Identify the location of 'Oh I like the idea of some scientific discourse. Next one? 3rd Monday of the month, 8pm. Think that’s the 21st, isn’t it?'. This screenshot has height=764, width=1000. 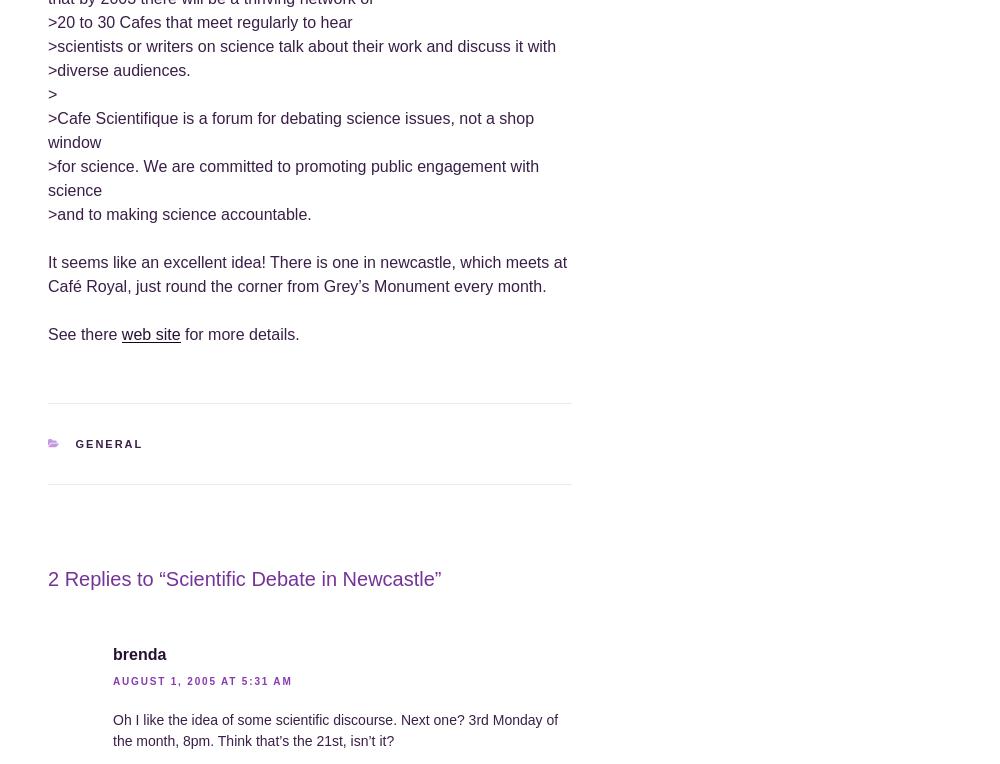
(334, 729).